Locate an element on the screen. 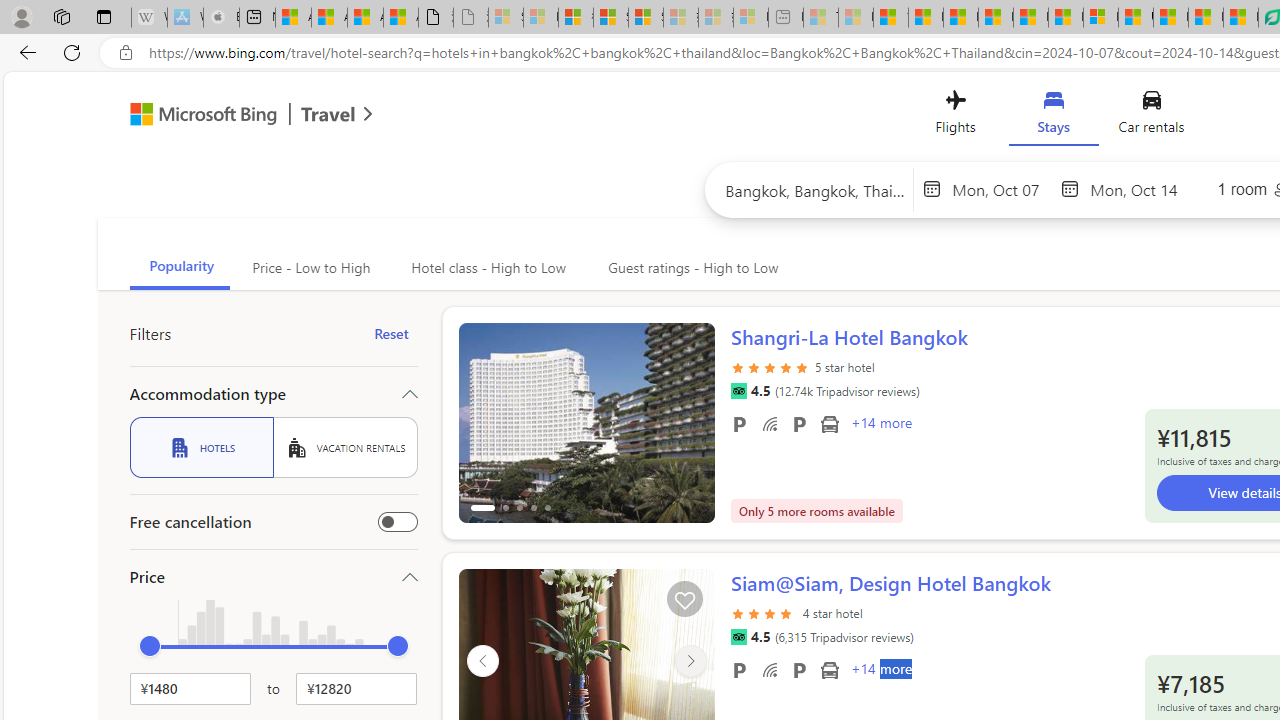  'Slide 1' is located at coordinates (585, 433).